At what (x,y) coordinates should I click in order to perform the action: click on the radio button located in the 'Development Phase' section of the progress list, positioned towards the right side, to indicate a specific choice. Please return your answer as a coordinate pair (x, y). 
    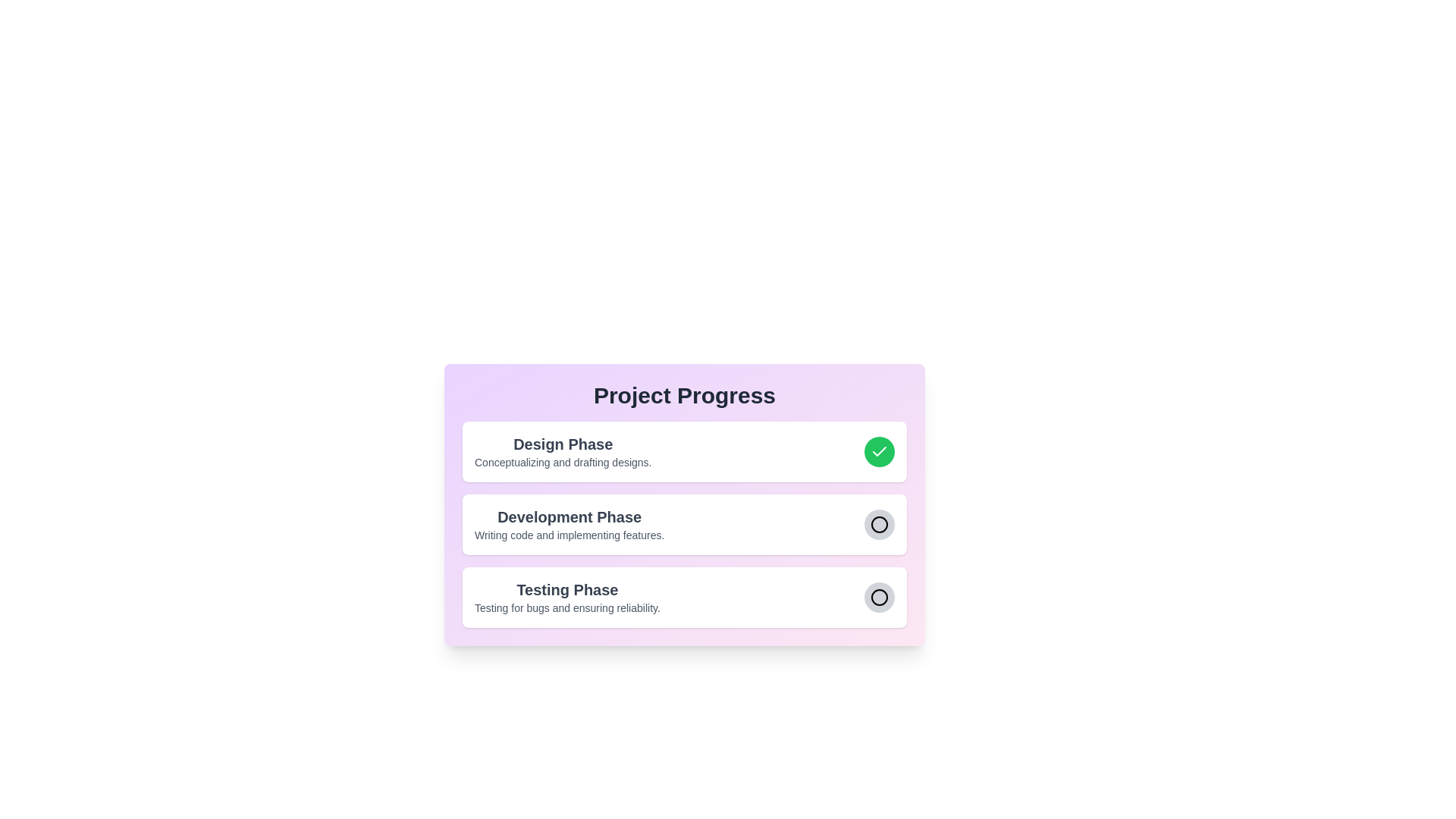
    Looking at the image, I should click on (880, 523).